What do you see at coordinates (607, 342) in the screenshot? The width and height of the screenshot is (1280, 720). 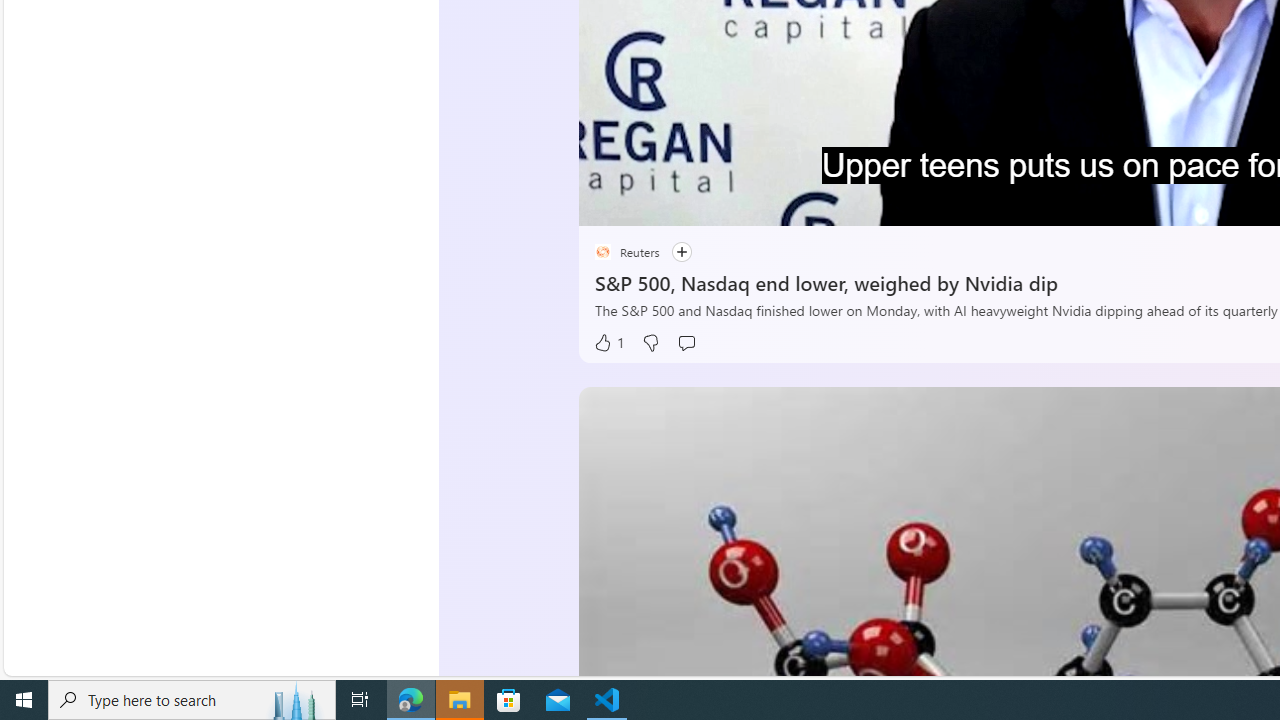 I see `'1 Like'` at bounding box center [607, 342].